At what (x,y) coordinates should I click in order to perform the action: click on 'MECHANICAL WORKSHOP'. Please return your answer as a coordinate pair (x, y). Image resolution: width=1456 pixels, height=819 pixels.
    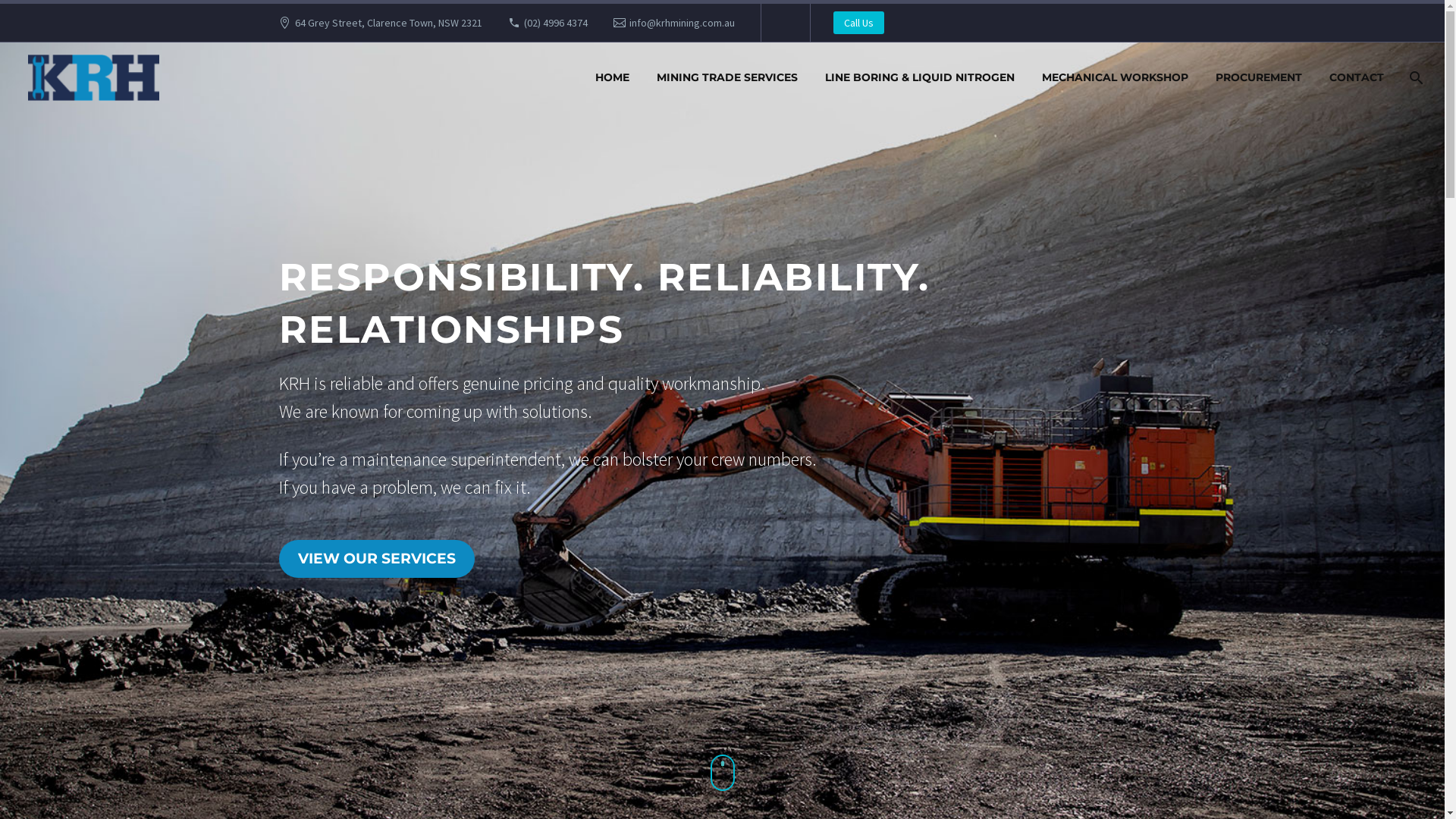
    Looking at the image, I should click on (1115, 77).